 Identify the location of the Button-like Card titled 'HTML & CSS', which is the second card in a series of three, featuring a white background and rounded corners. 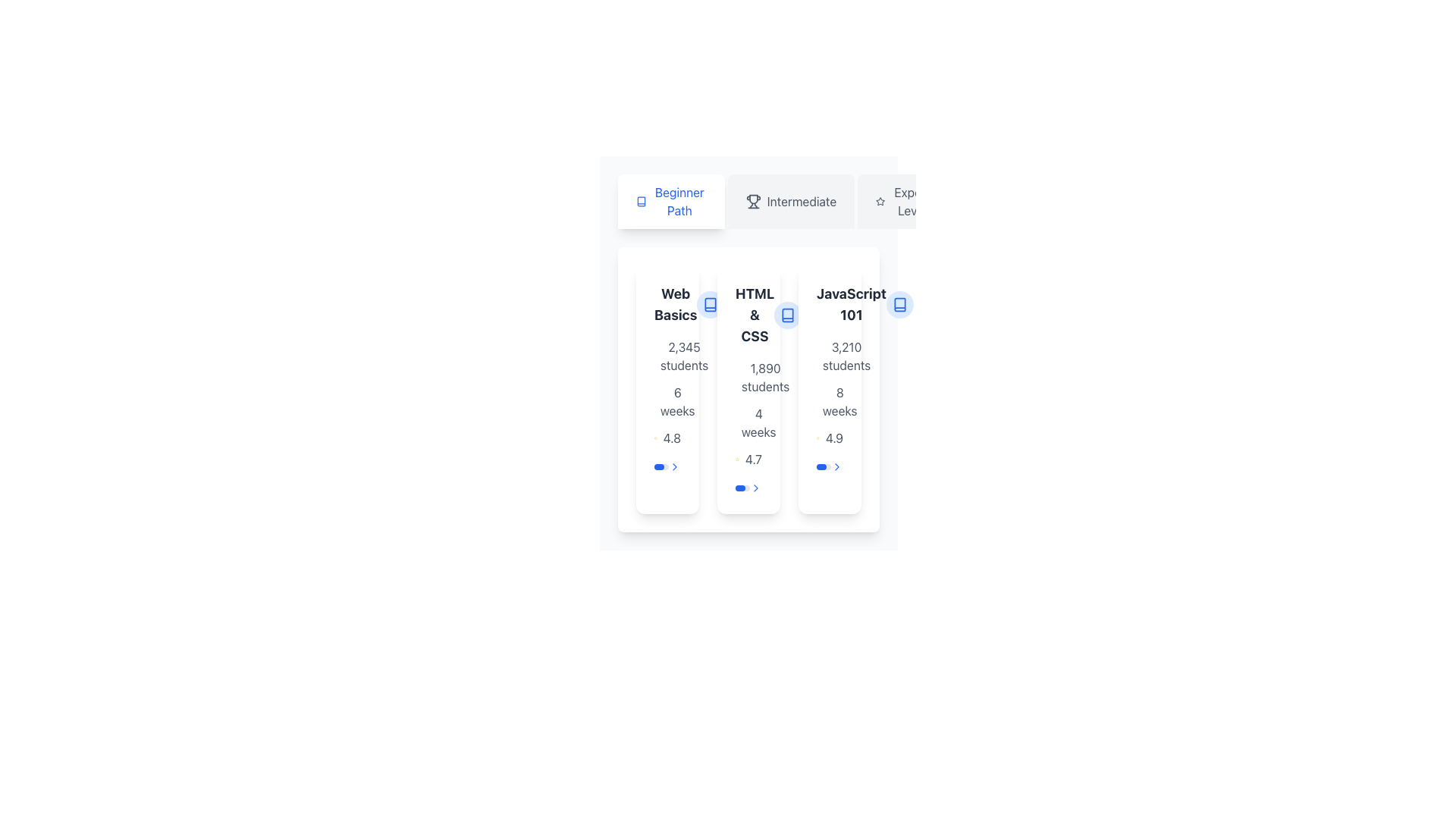
(748, 388).